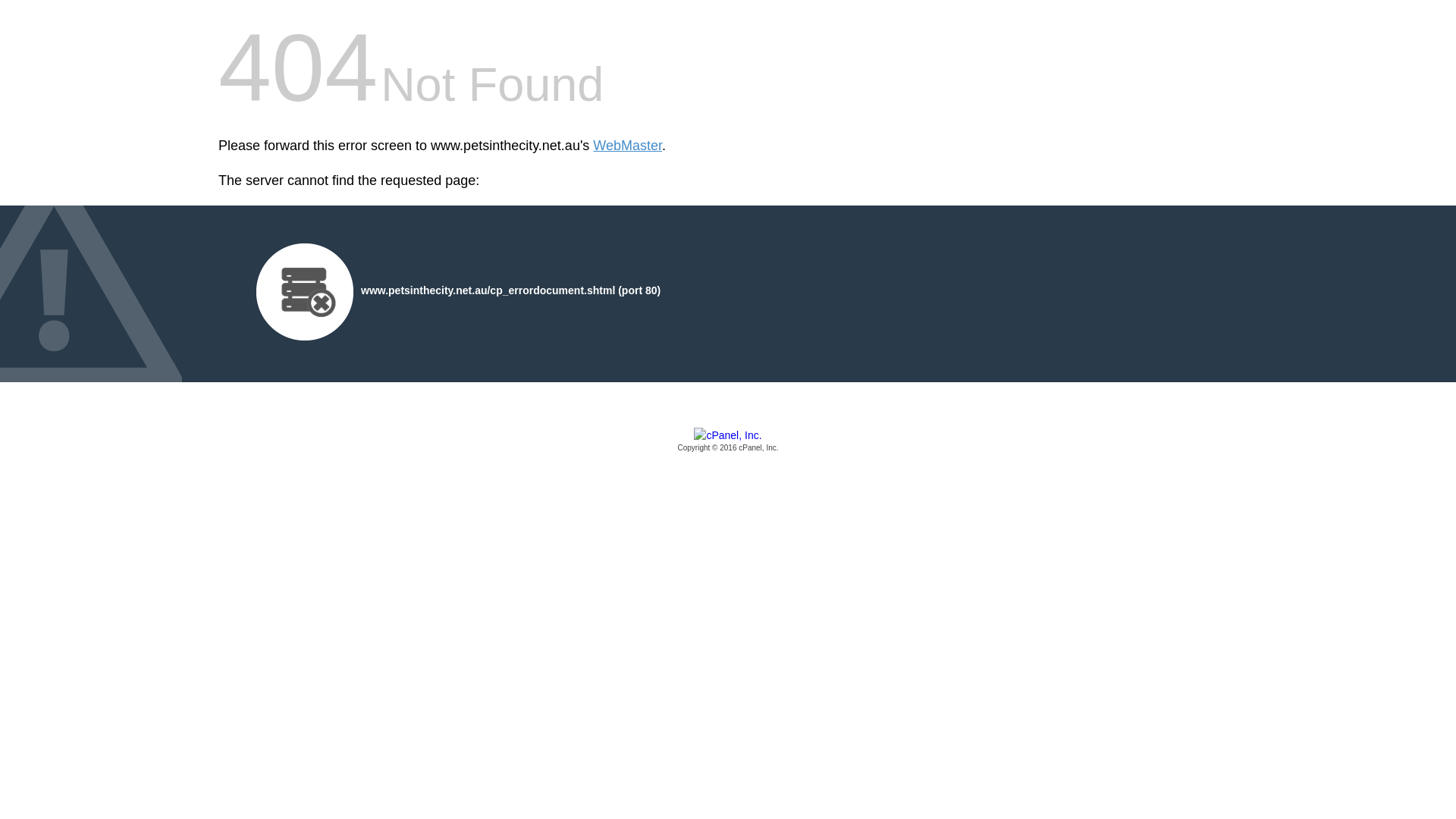  I want to click on 'WebMaster', so click(627, 146).